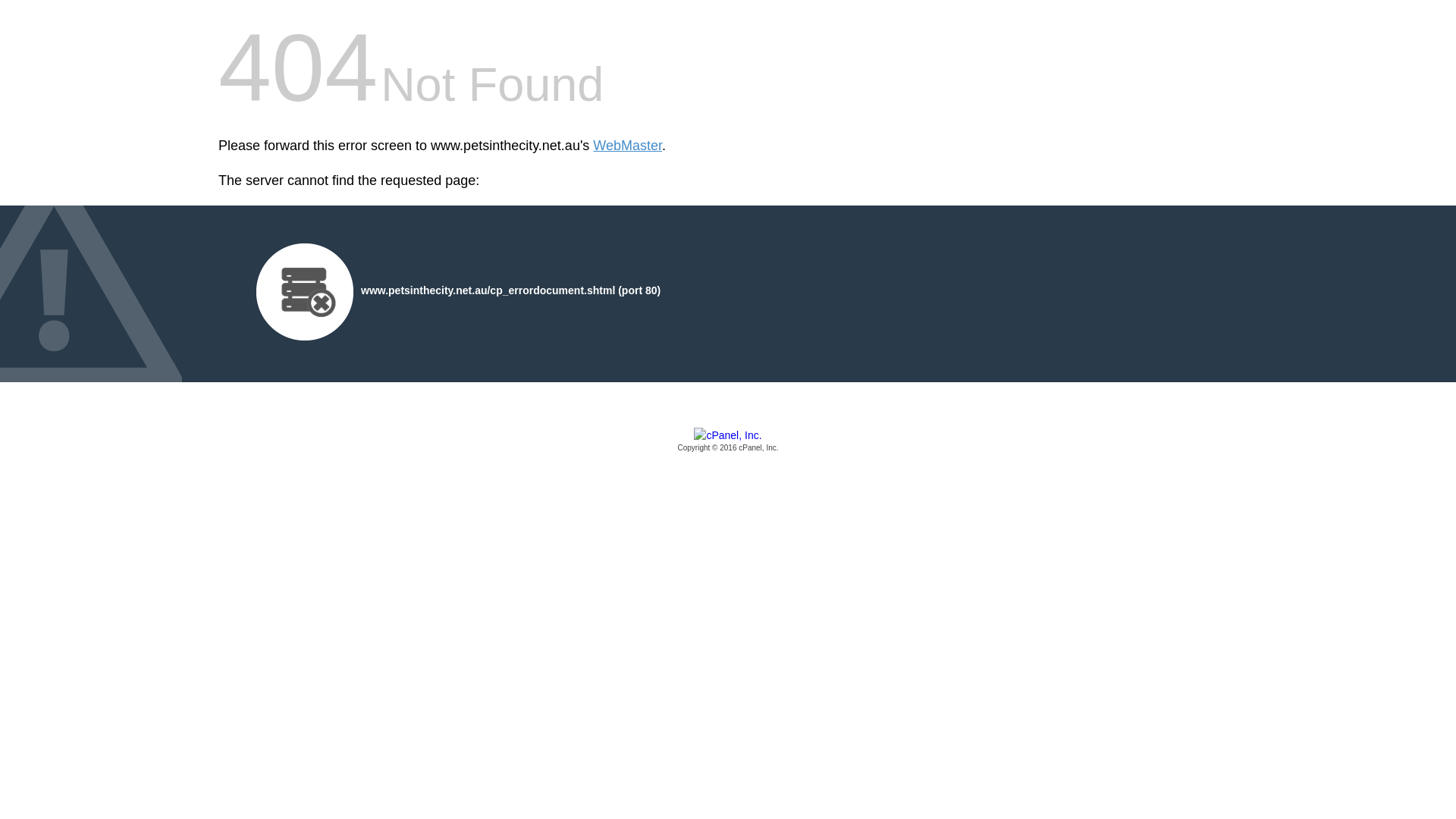  I want to click on 'WebMaster', so click(627, 146).